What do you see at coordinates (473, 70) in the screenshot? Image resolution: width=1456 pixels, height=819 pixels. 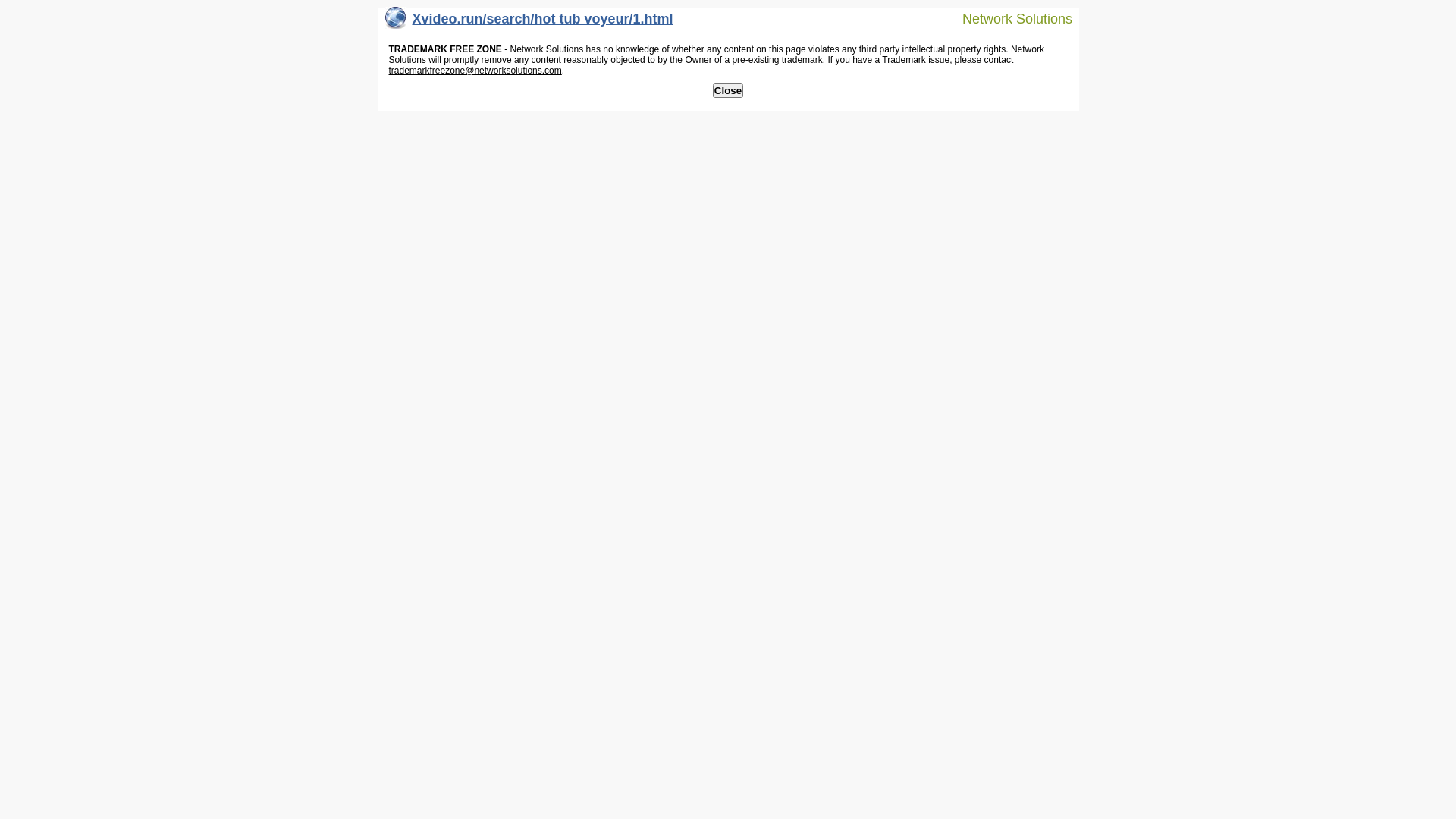 I see `'trademarkfreezone@networksolutions.com'` at bounding box center [473, 70].